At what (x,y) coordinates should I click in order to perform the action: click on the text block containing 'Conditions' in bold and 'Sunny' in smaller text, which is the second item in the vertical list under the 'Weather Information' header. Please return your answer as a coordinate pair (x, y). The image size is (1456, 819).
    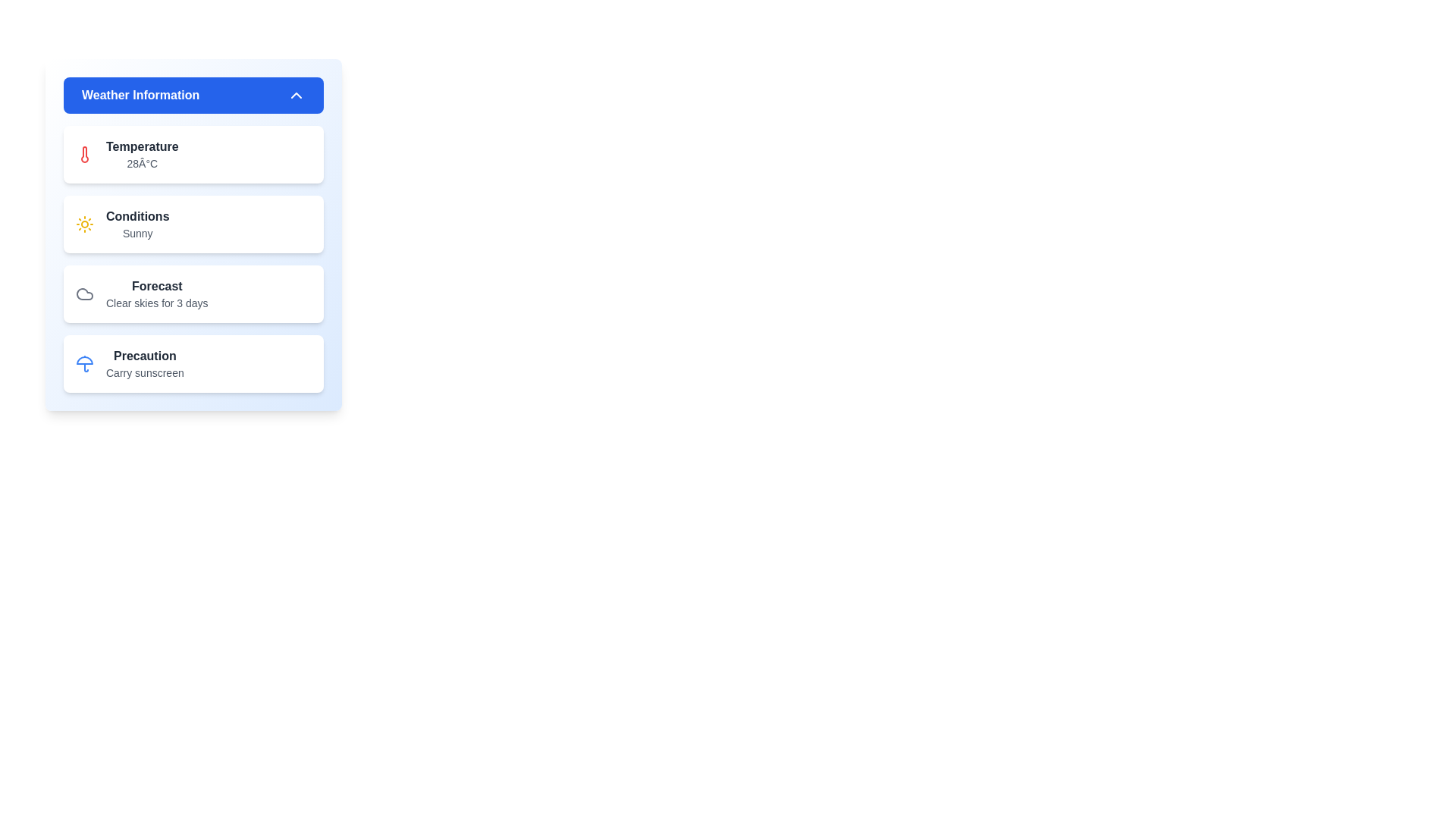
    Looking at the image, I should click on (137, 224).